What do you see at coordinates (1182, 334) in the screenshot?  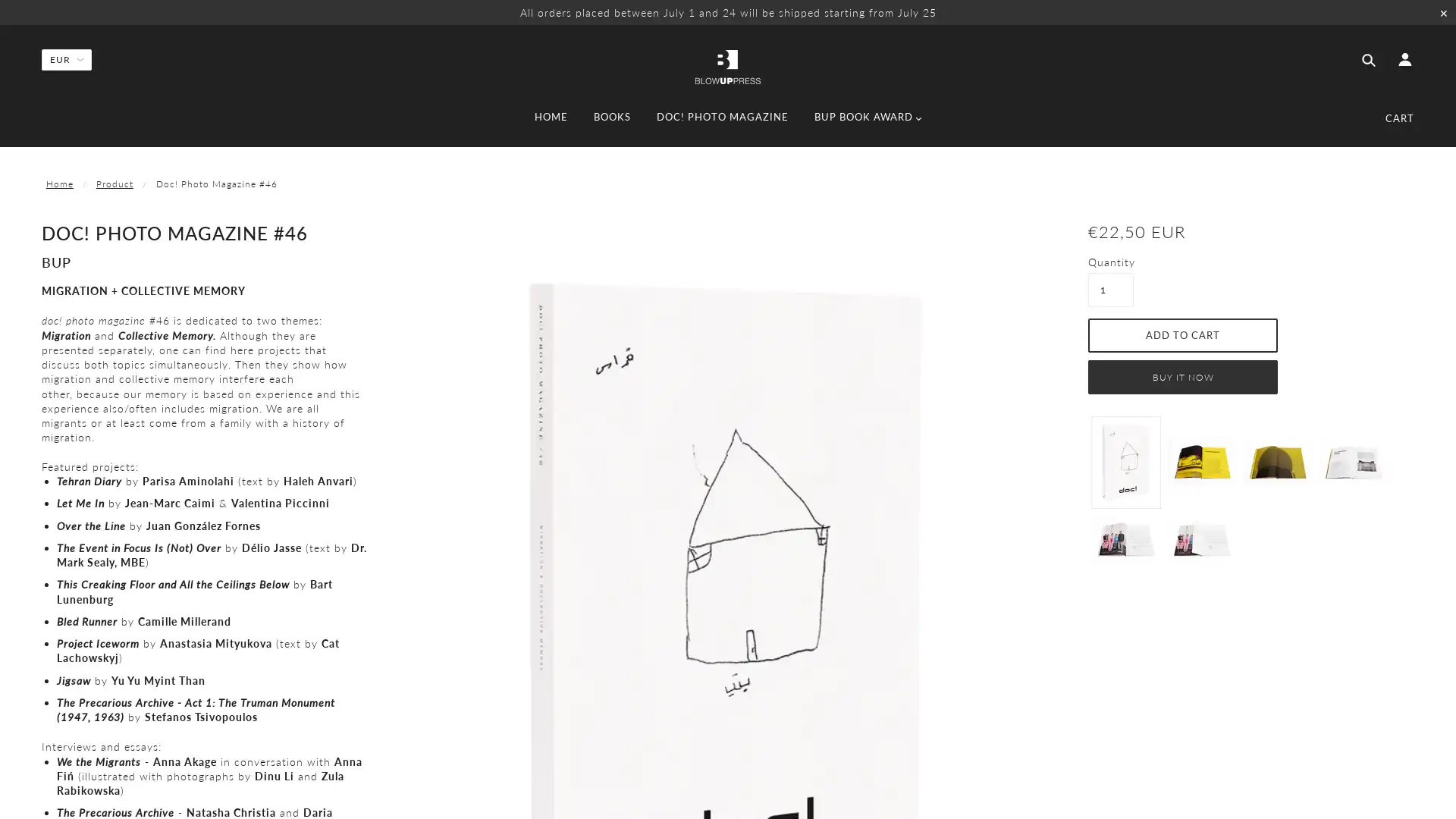 I see `Add to Cart` at bounding box center [1182, 334].